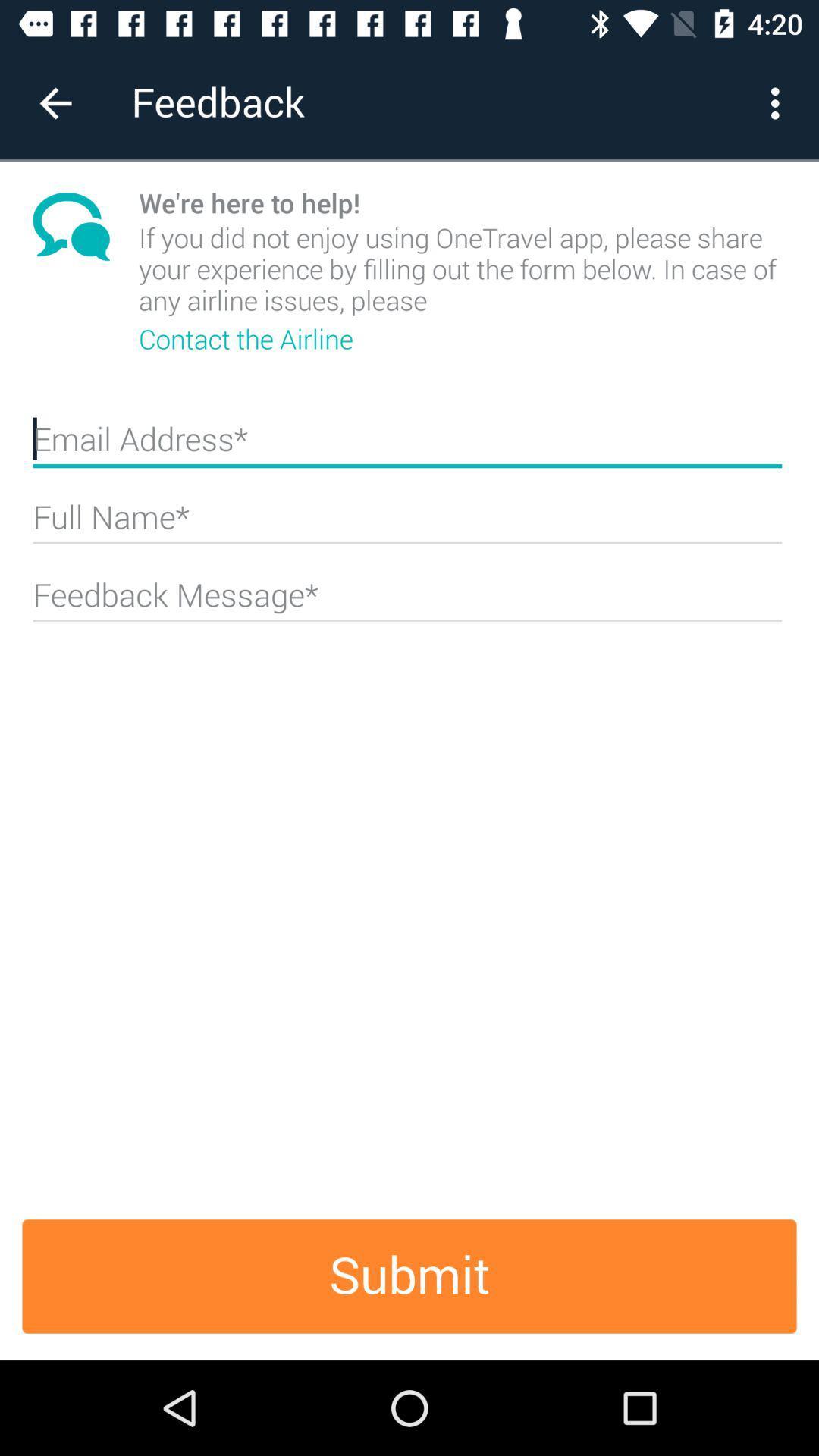 This screenshot has width=819, height=1456. I want to click on the field below full name, so click(406, 601).